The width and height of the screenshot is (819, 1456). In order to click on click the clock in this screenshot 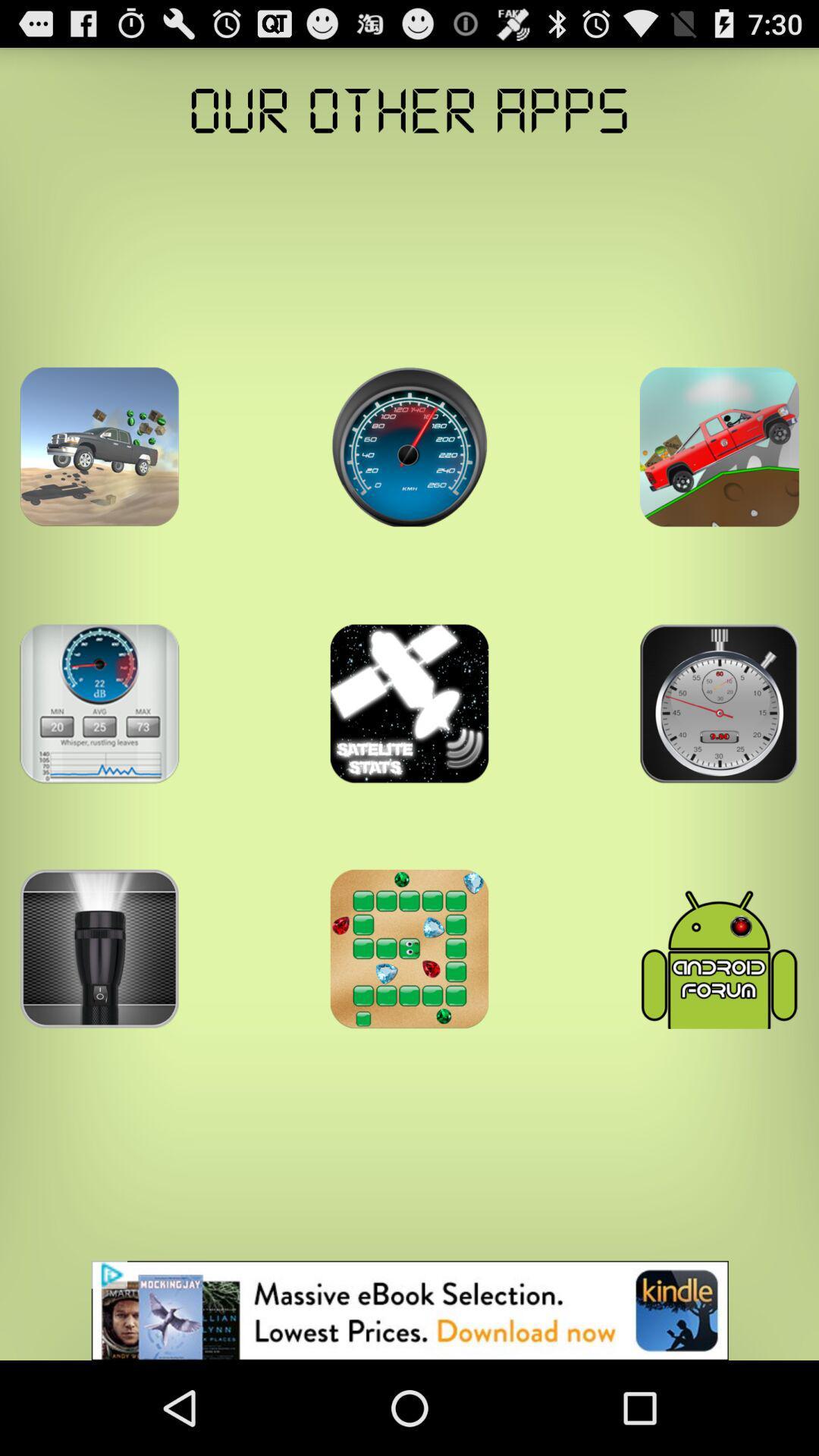, I will do `click(718, 703)`.